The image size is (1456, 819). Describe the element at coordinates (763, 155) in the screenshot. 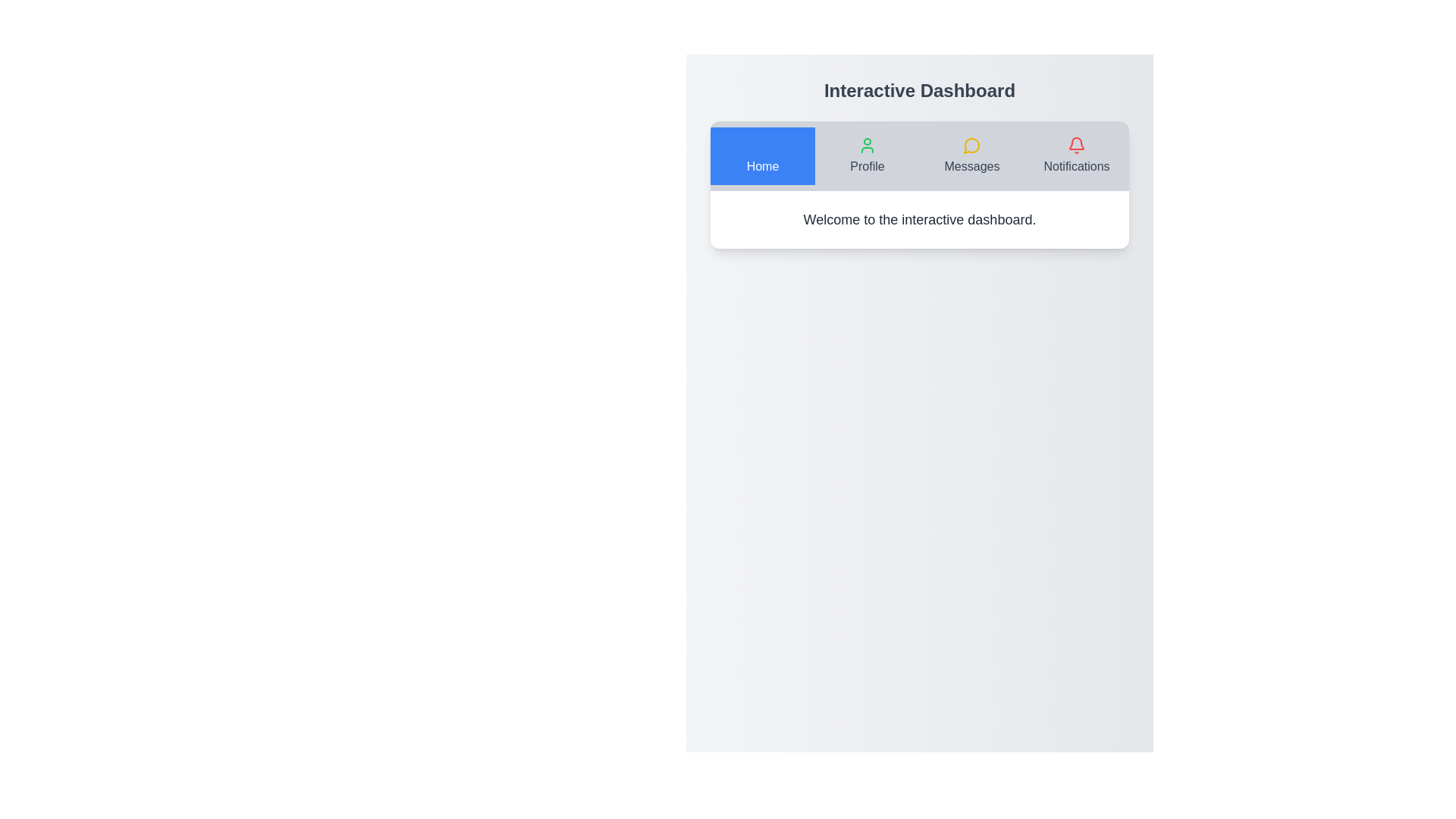

I see `the 'Home' button located at the leftmost position in the top navigation bar, which features a shopping cart icon above the label` at that location.